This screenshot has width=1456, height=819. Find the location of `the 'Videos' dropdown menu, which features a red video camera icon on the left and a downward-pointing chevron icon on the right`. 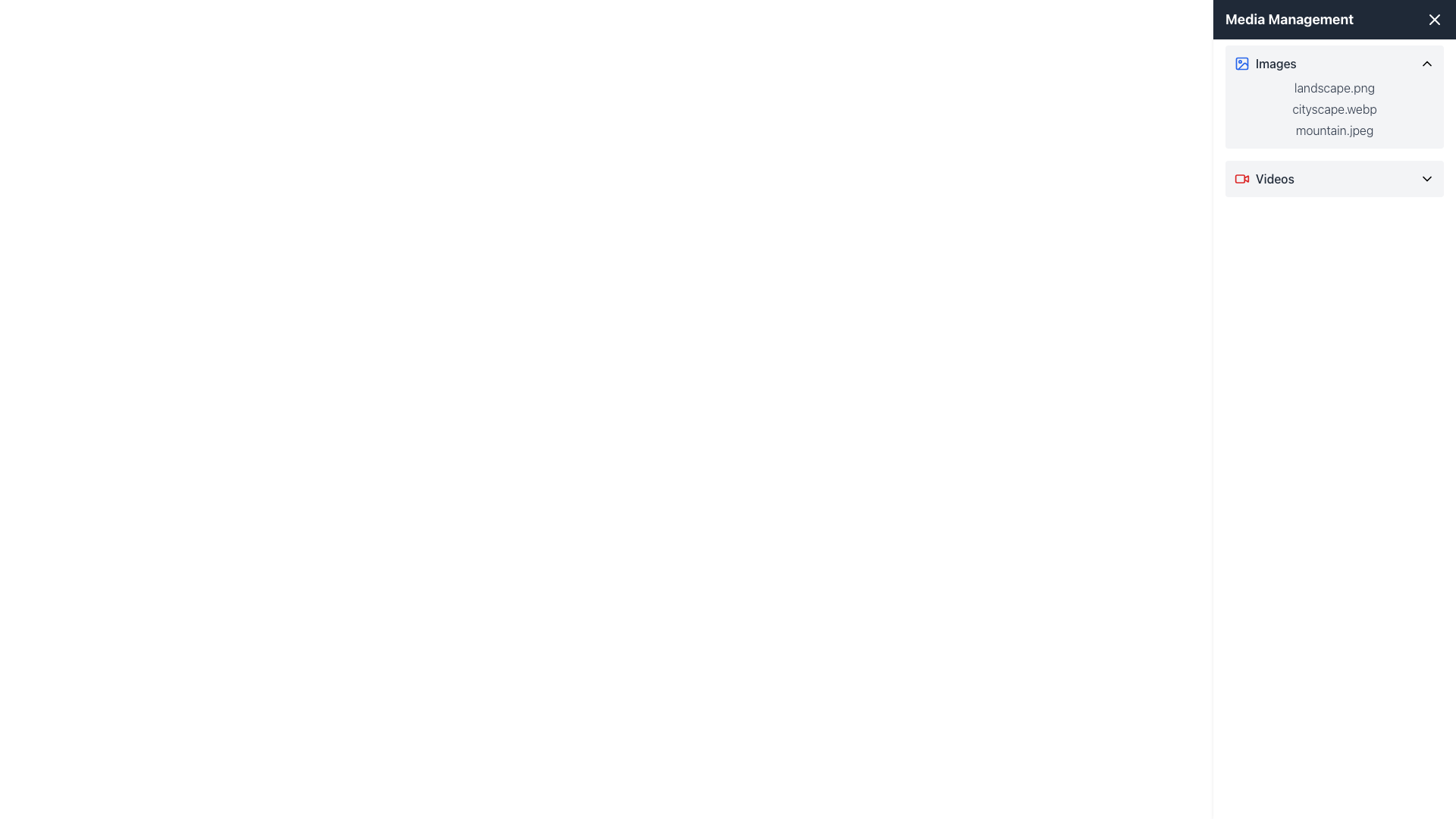

the 'Videos' dropdown menu, which features a red video camera icon on the left and a downward-pointing chevron icon on the right is located at coordinates (1335, 177).